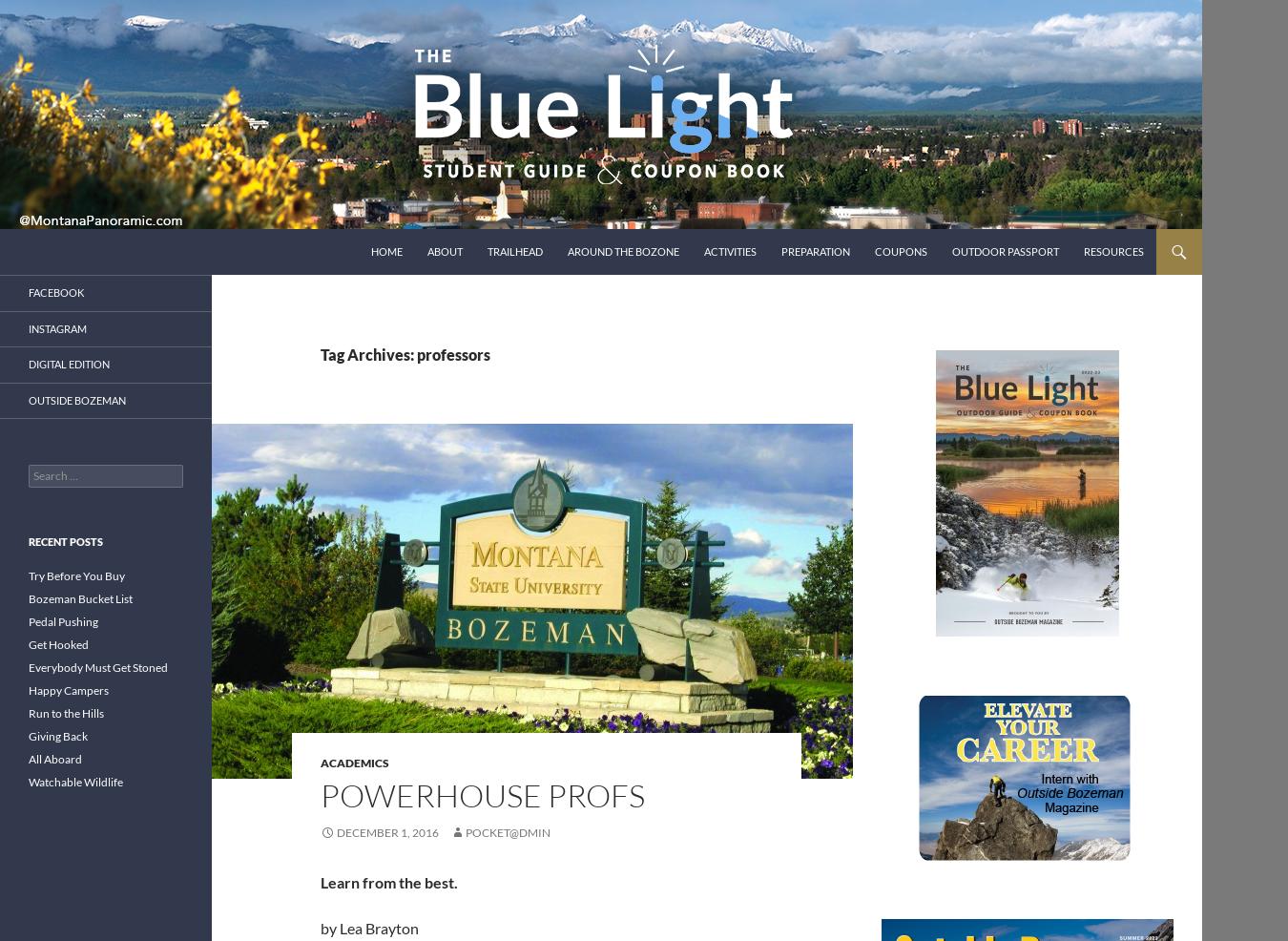 This screenshot has height=941, width=1288. Describe the element at coordinates (54, 292) in the screenshot. I see `'Facebook'` at that location.